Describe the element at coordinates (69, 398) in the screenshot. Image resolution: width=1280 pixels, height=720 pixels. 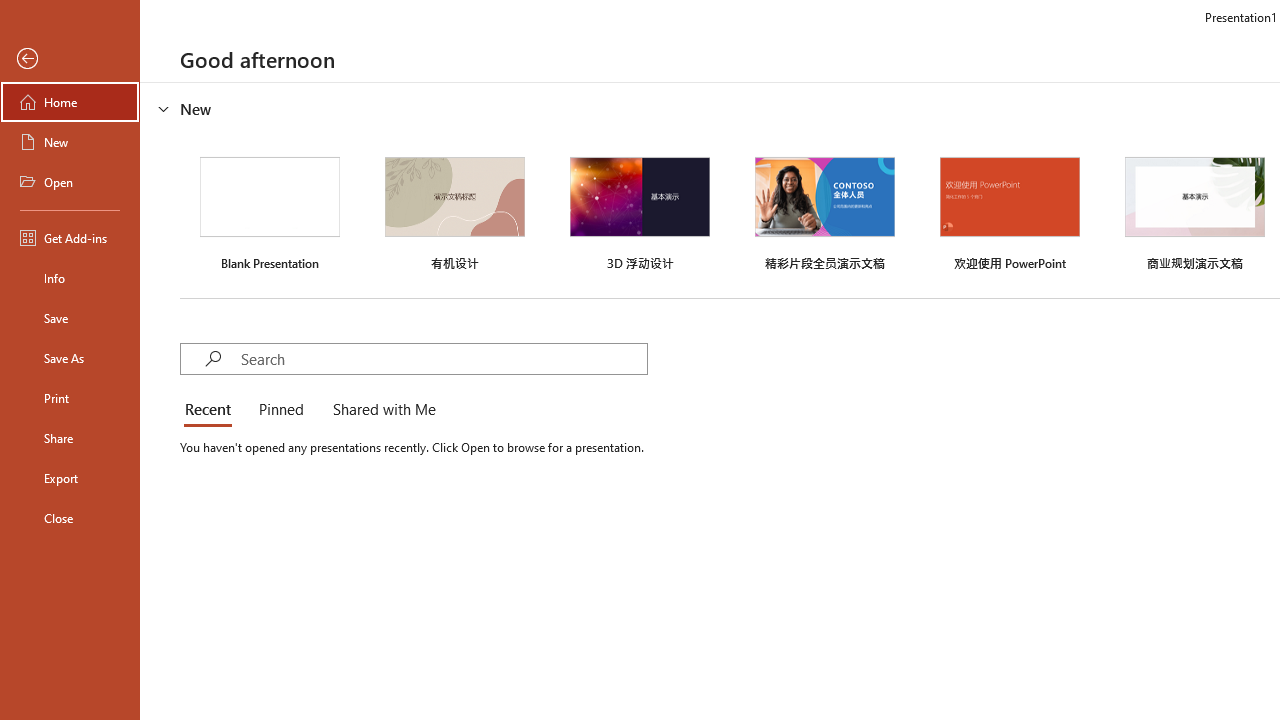
I see `'Print'` at that location.